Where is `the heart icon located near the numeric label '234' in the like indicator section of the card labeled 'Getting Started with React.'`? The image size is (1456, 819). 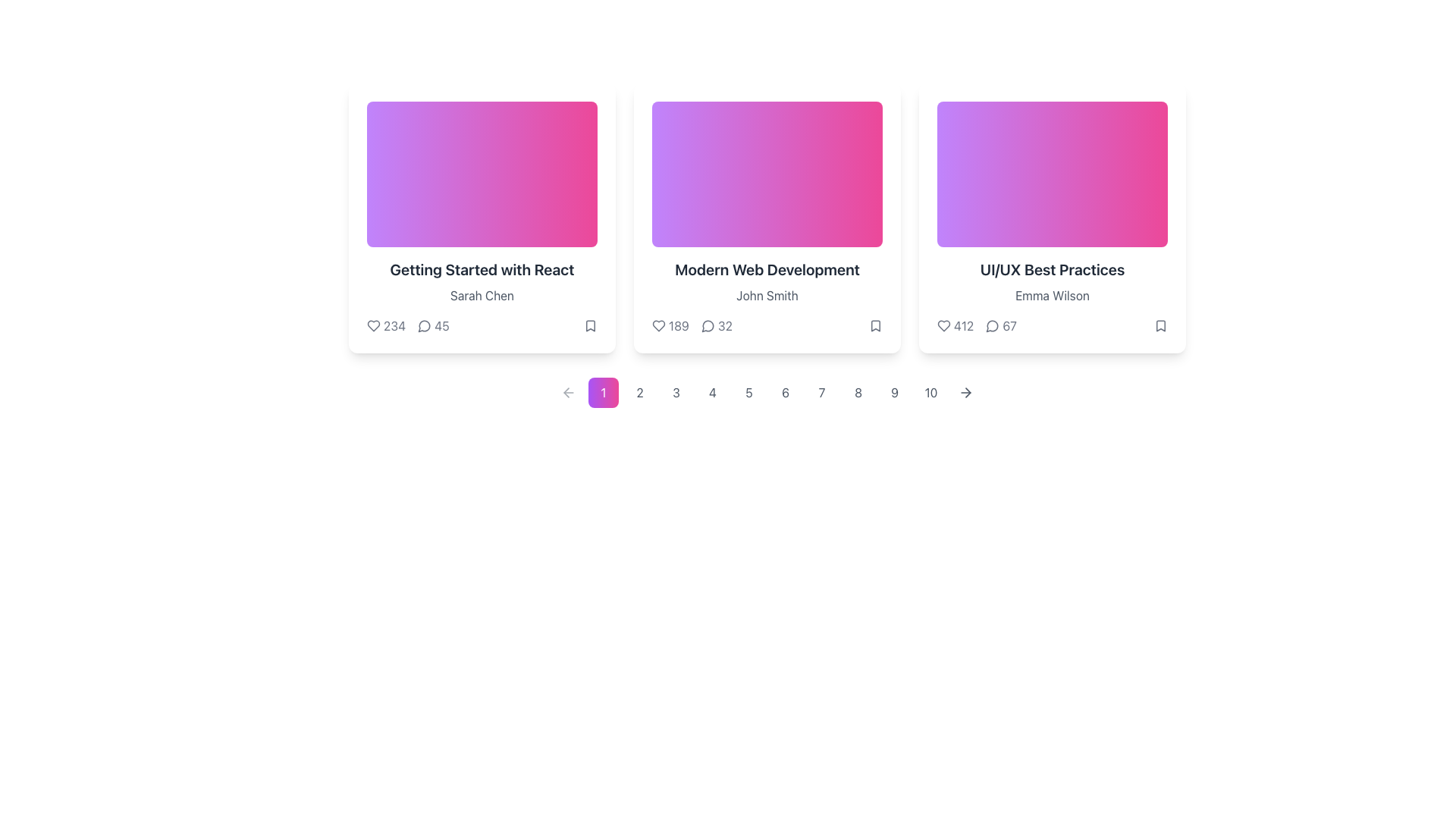 the heart icon located near the numeric label '234' in the like indicator section of the card labeled 'Getting Started with React.' is located at coordinates (374, 325).